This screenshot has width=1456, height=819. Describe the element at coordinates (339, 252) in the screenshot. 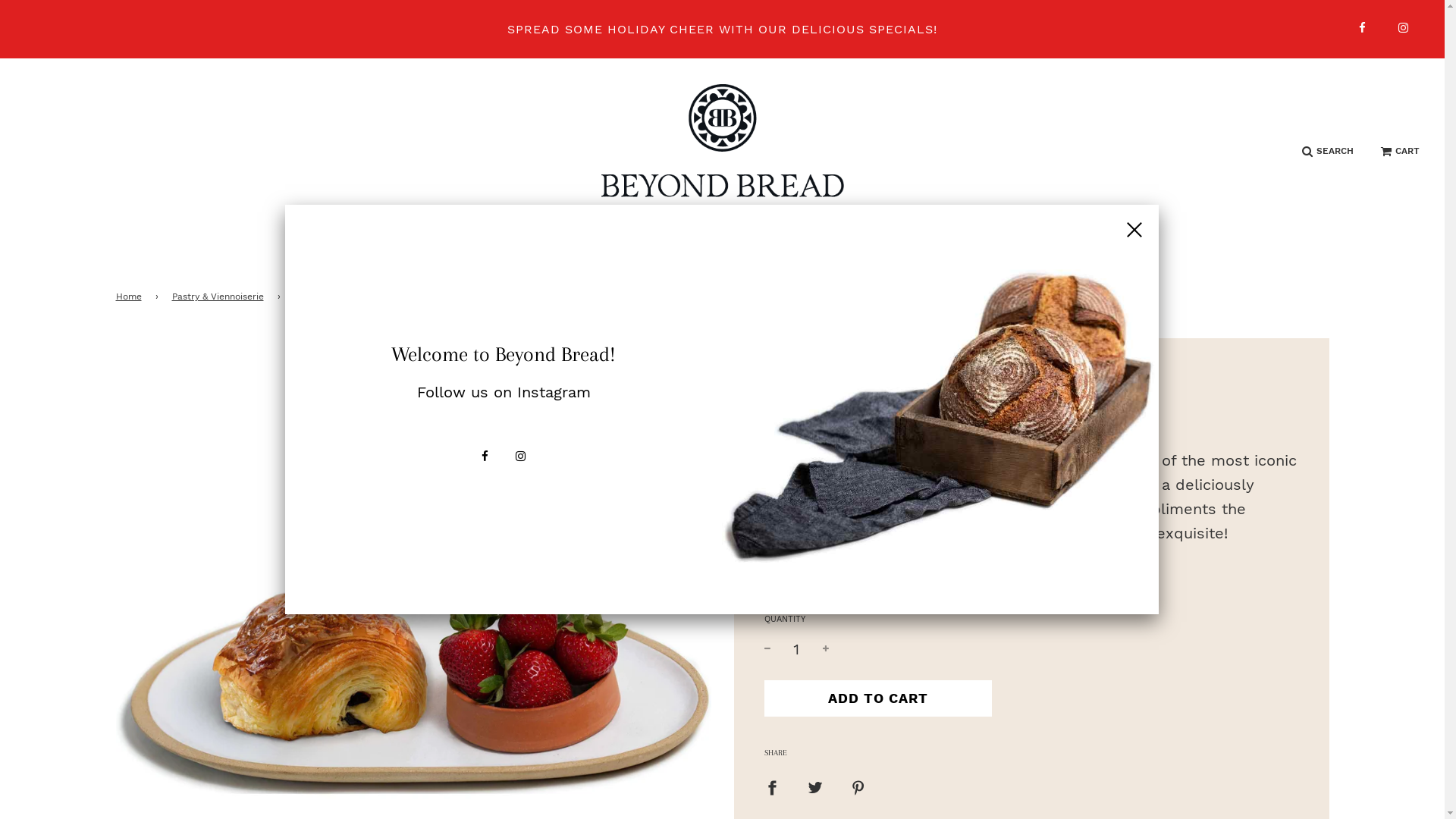

I see `'HOME'` at that location.